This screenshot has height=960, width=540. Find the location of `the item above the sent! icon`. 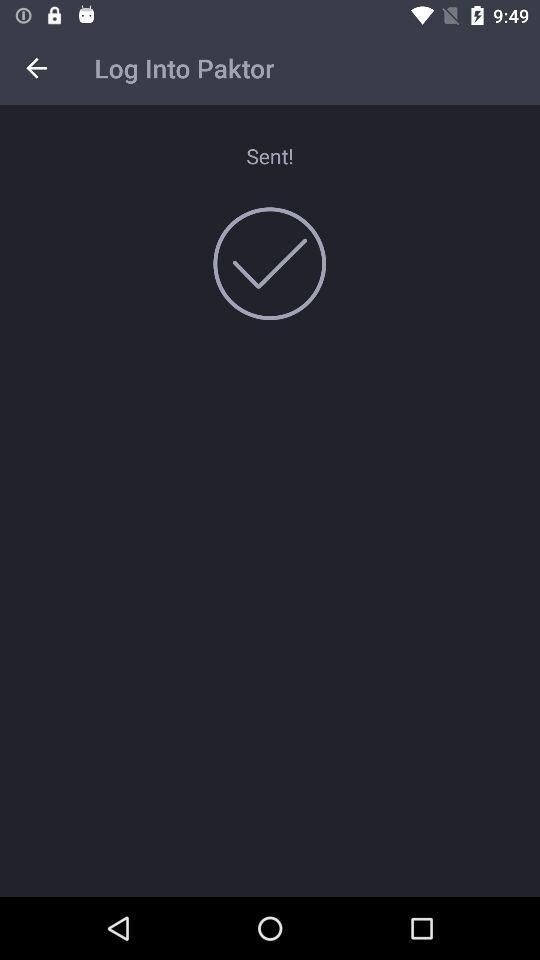

the item above the sent! icon is located at coordinates (36, 68).